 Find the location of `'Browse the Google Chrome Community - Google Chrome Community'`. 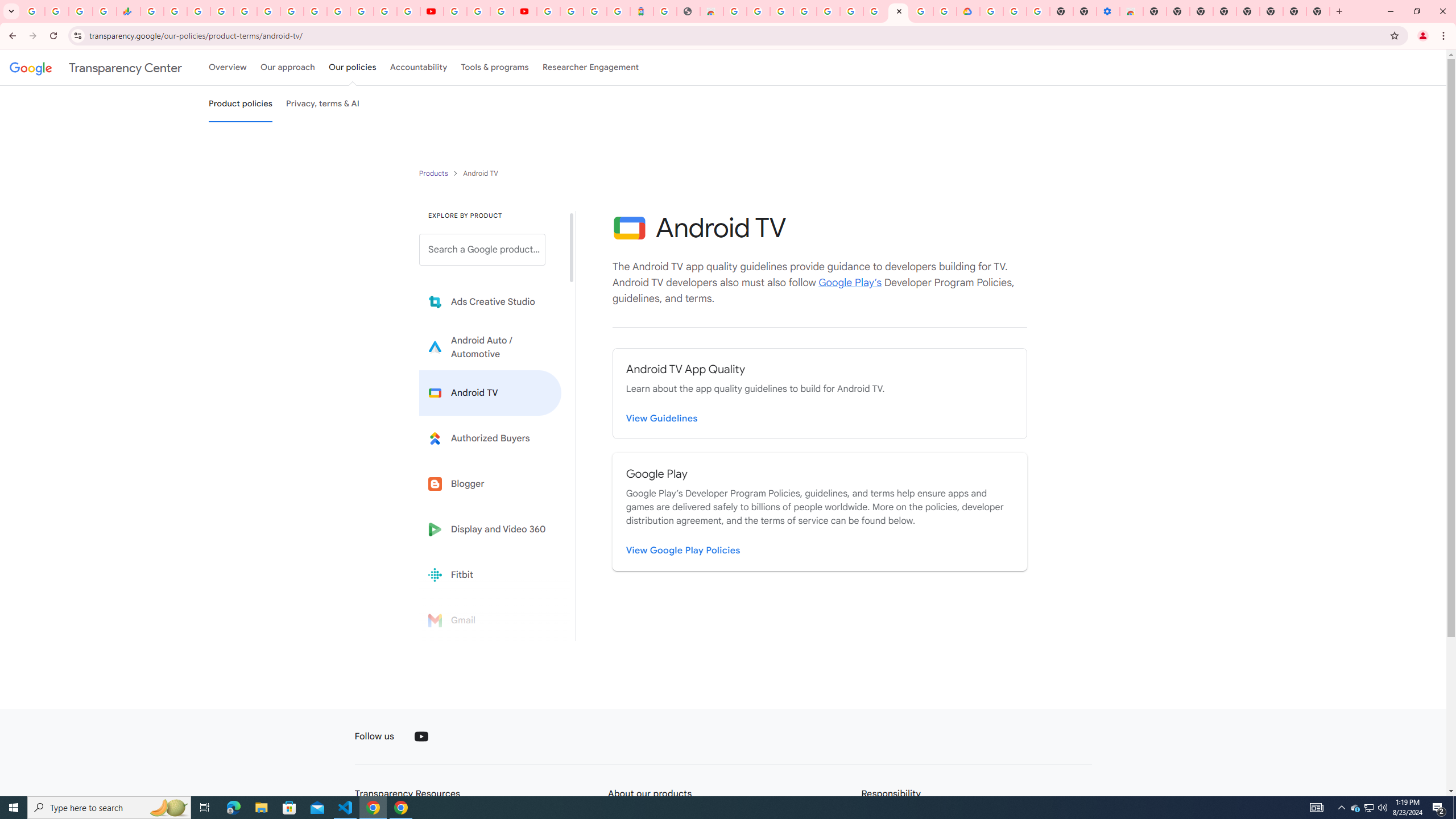

'Browse the Google Chrome Community - Google Chrome Community' is located at coordinates (945, 11).